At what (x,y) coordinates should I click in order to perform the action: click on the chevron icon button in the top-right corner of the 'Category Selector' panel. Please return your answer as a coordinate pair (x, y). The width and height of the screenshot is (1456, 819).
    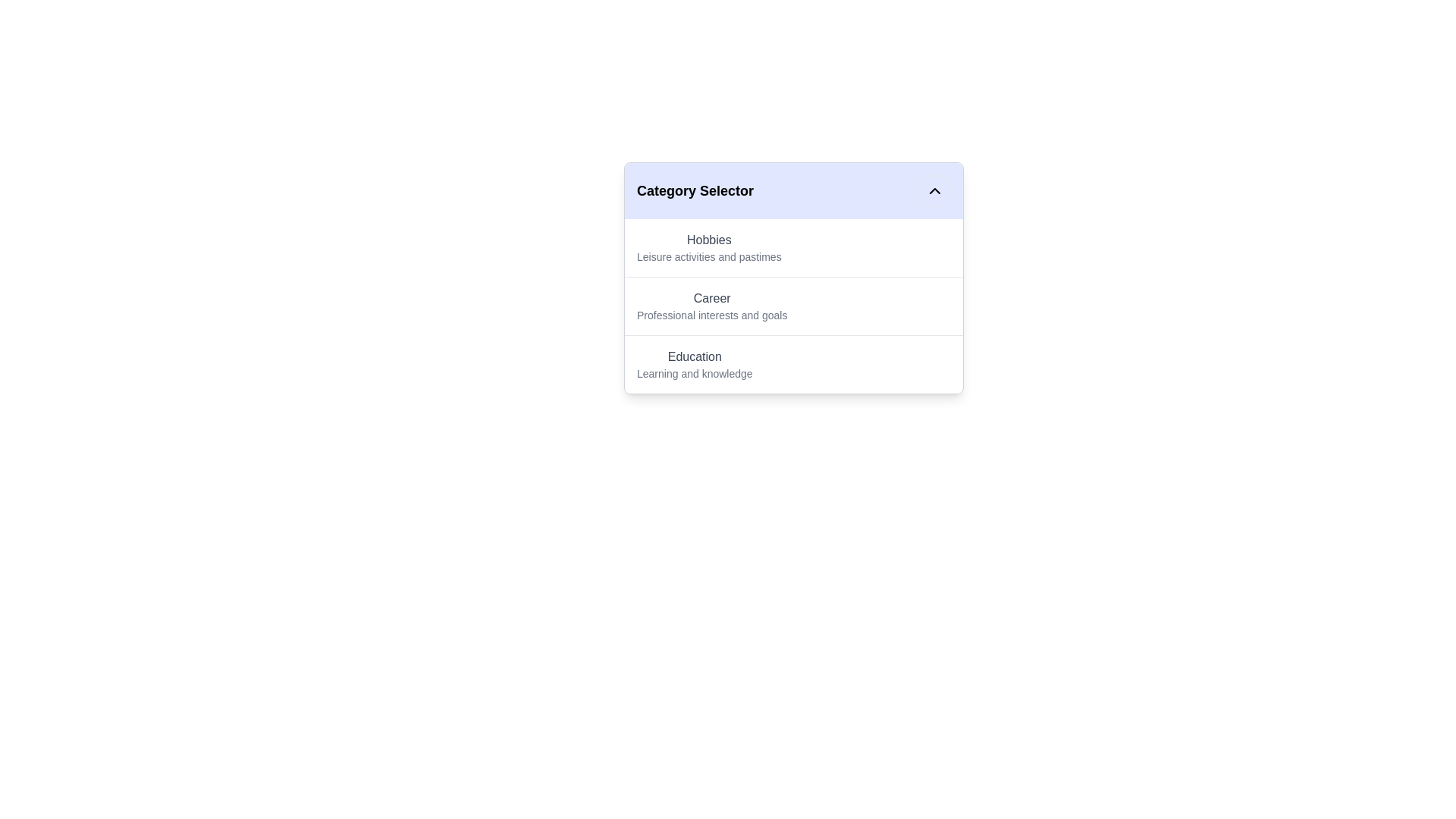
    Looking at the image, I should click on (934, 190).